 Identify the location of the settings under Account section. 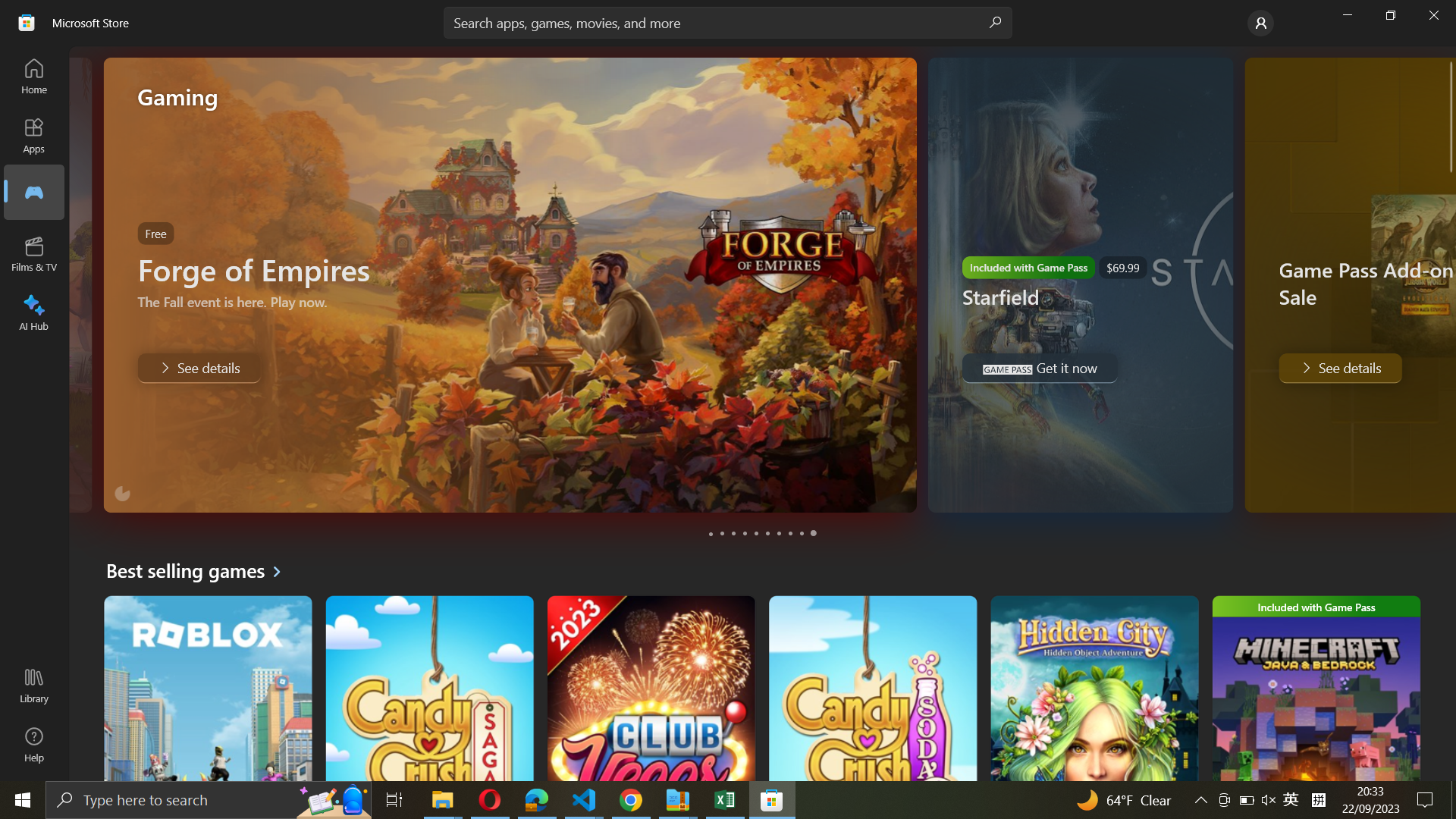
(1259, 23).